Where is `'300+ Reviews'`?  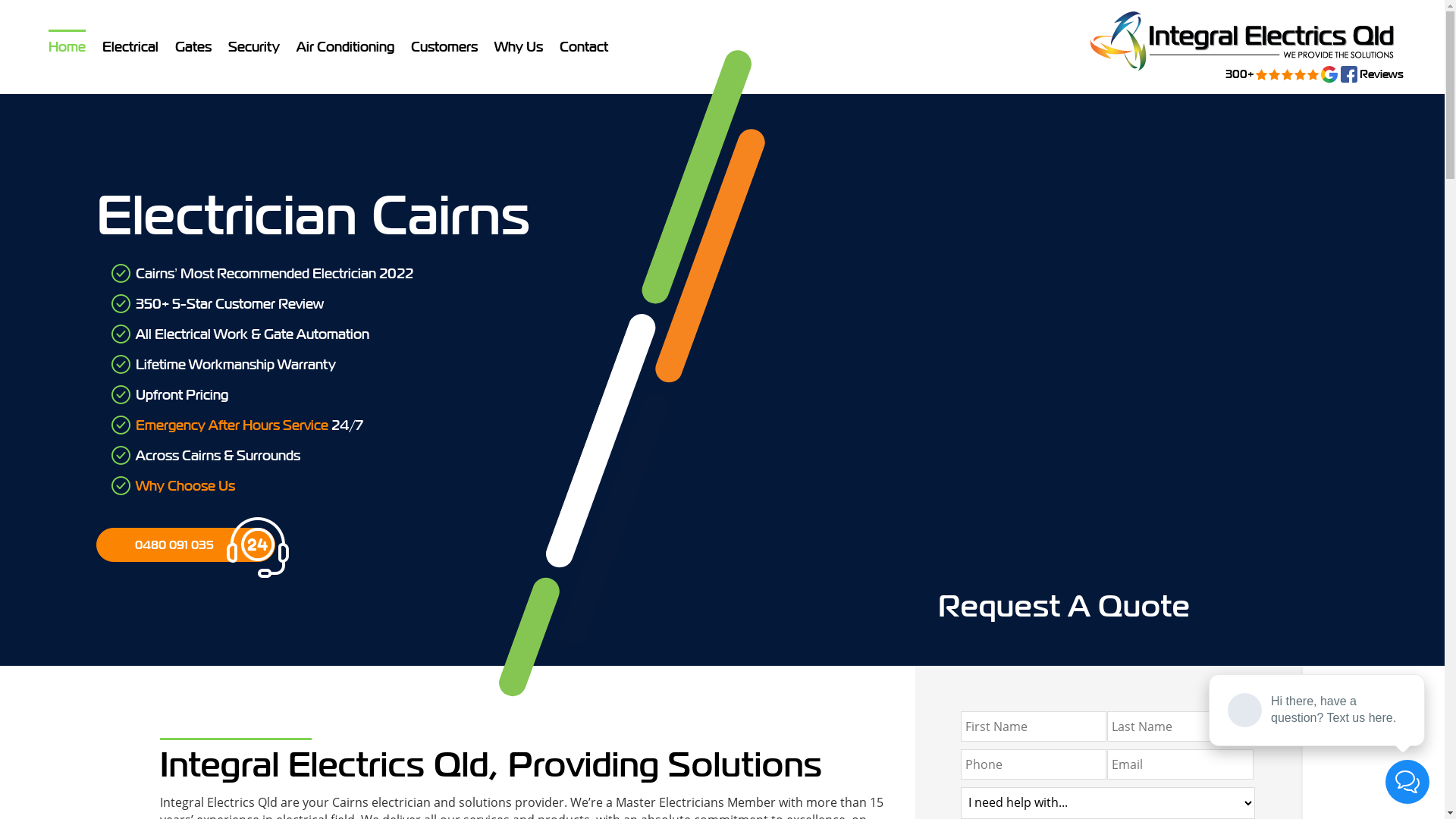
'300+ Reviews' is located at coordinates (1080, 40).